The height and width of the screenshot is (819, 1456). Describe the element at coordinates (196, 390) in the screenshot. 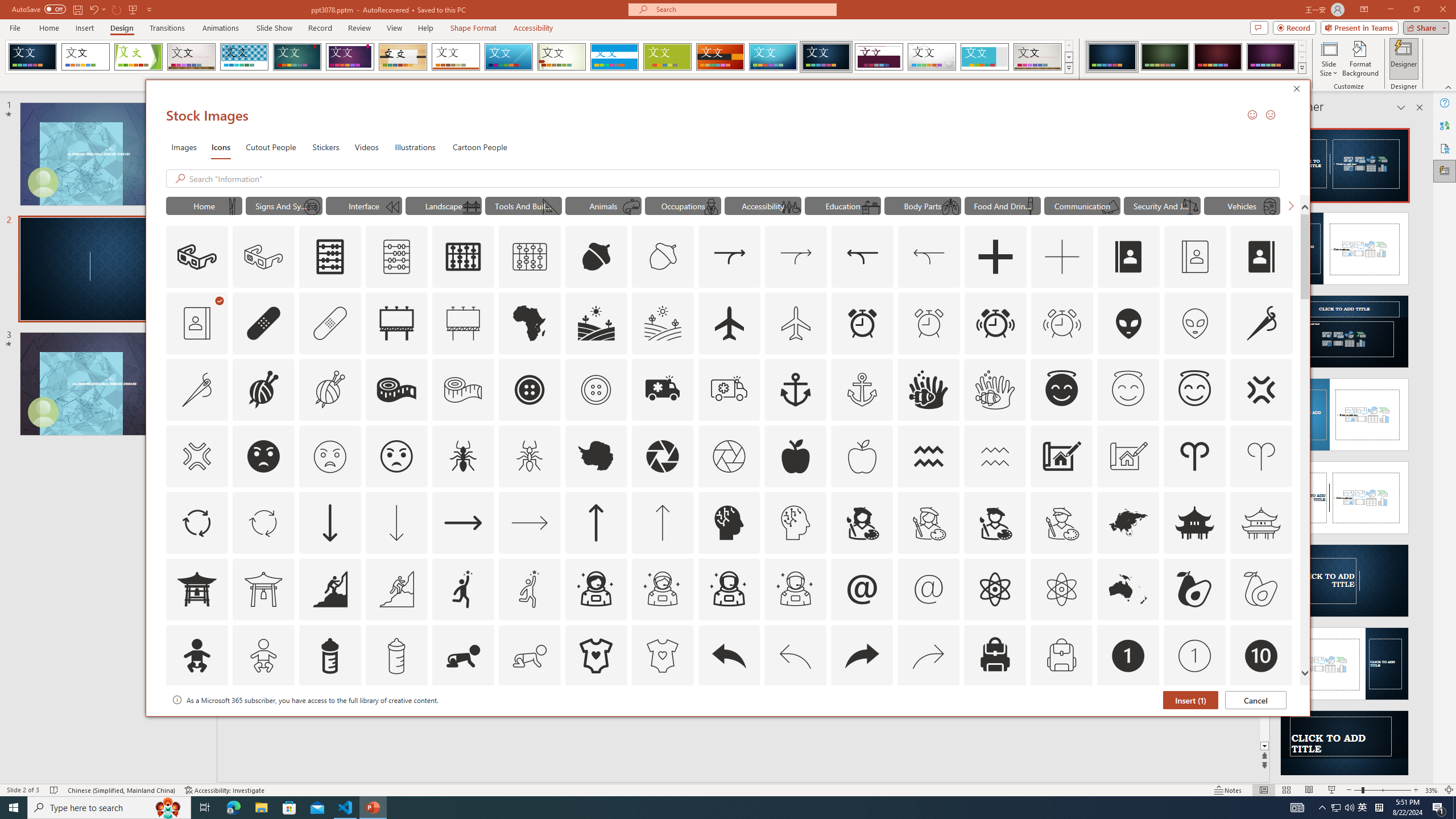

I see `'AutomationID: Icons_AlterationsTailoring_M'` at that location.